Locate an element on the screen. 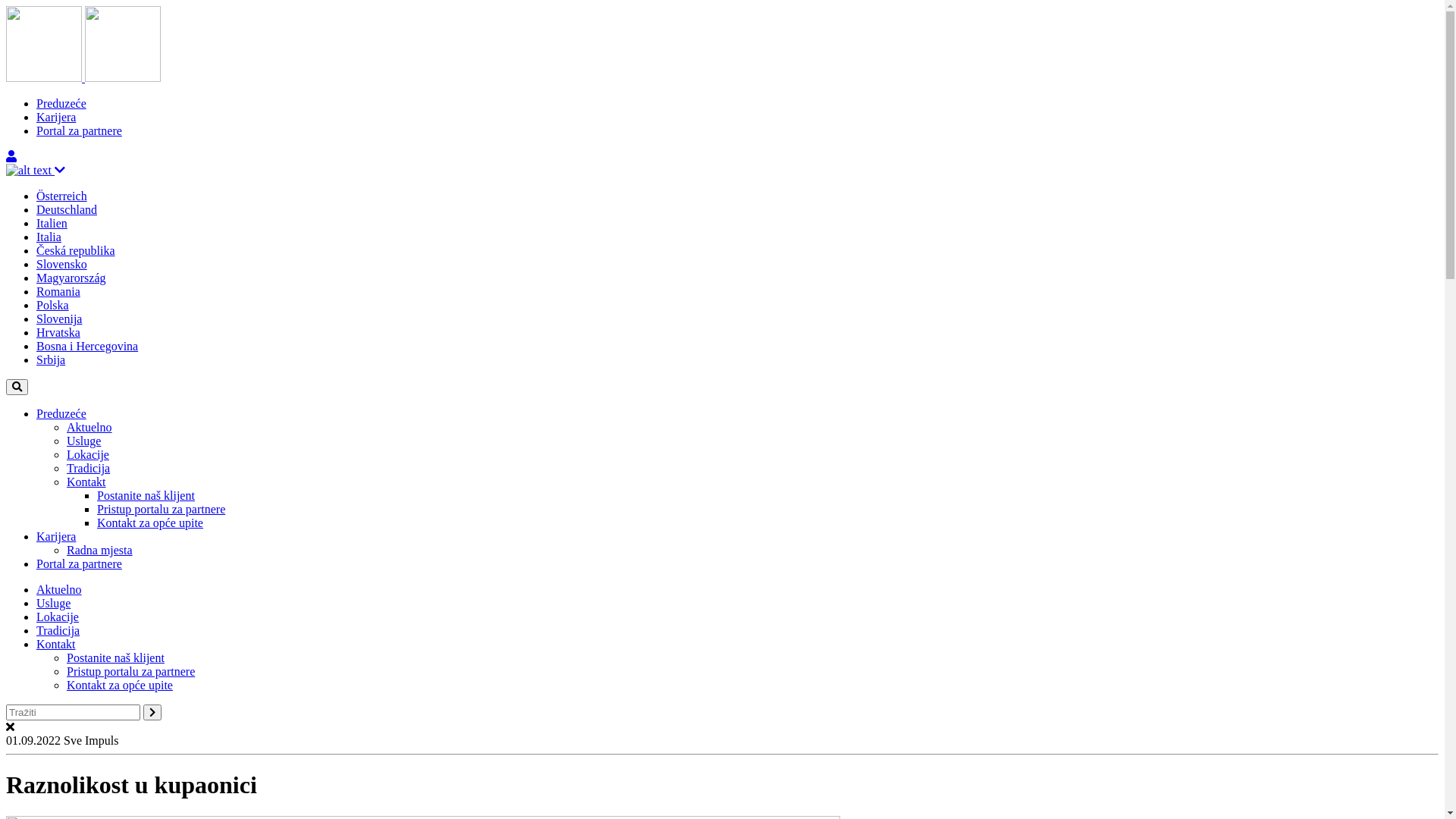  'Italia' is located at coordinates (49, 237).